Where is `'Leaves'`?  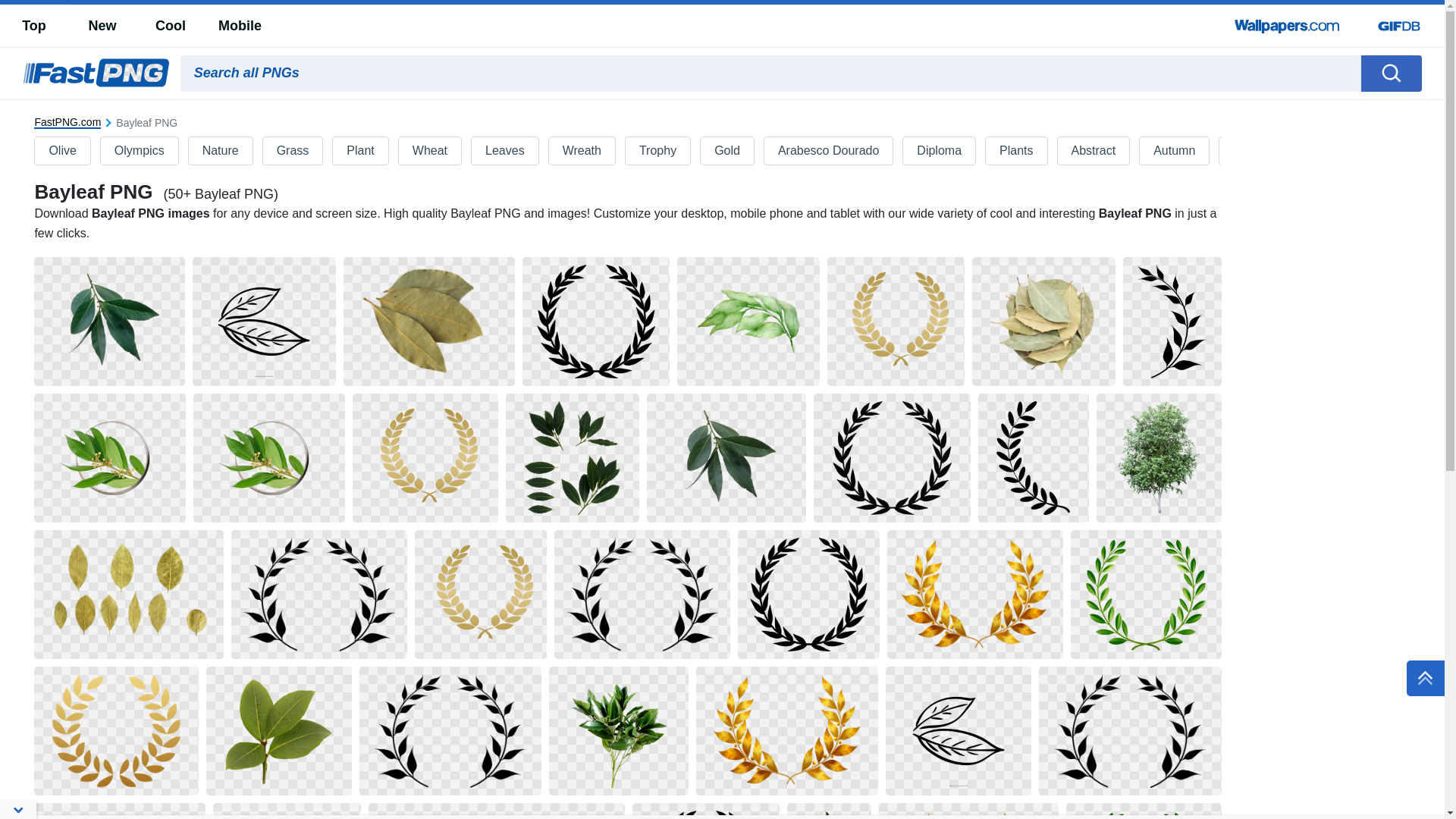
'Leaves' is located at coordinates (505, 151).